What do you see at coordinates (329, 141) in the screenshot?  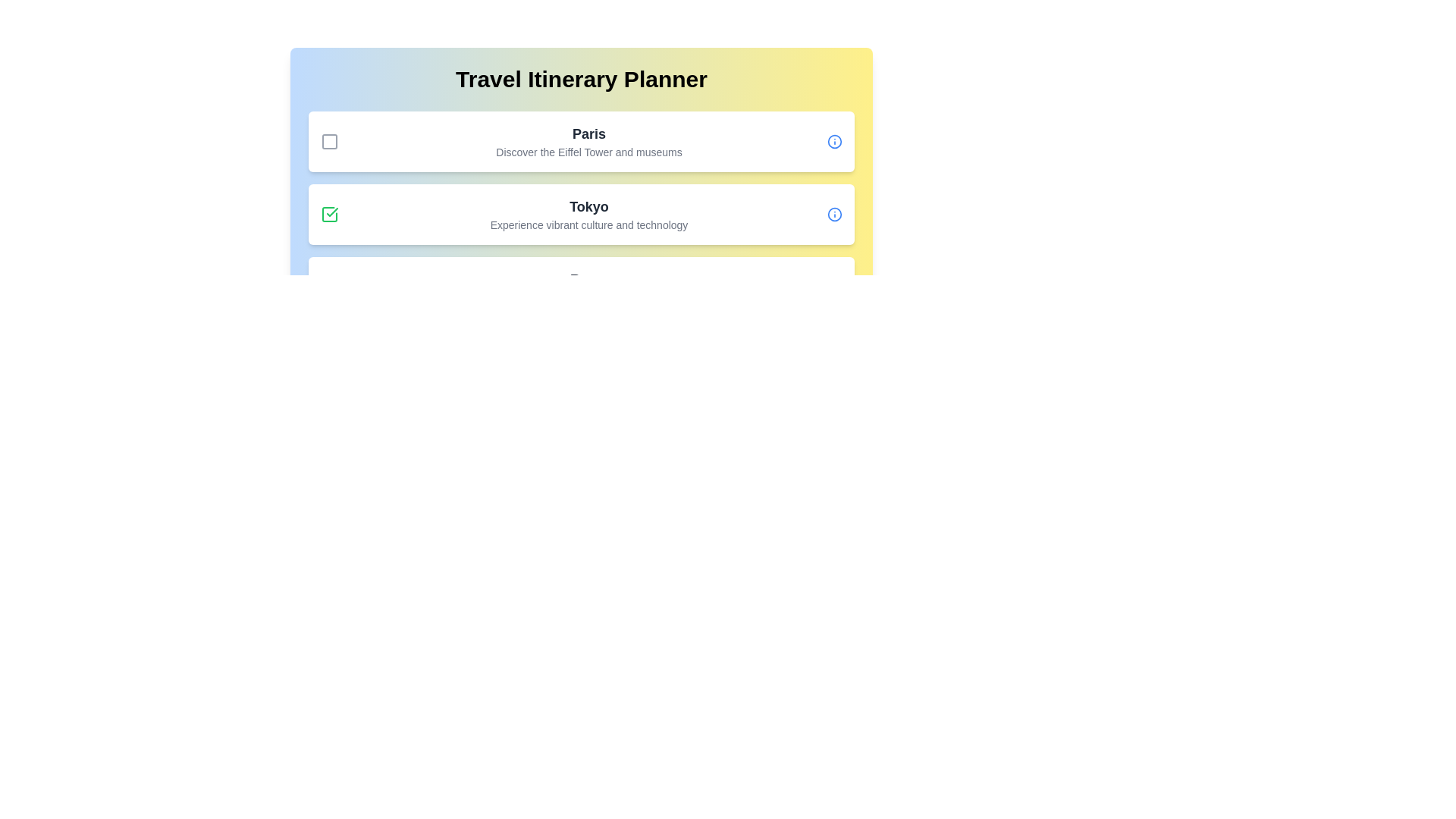 I see `the icon that serves as a visual and functional part of the checkbox widget located adjacent to the descriptive text for 'Paris'` at bounding box center [329, 141].